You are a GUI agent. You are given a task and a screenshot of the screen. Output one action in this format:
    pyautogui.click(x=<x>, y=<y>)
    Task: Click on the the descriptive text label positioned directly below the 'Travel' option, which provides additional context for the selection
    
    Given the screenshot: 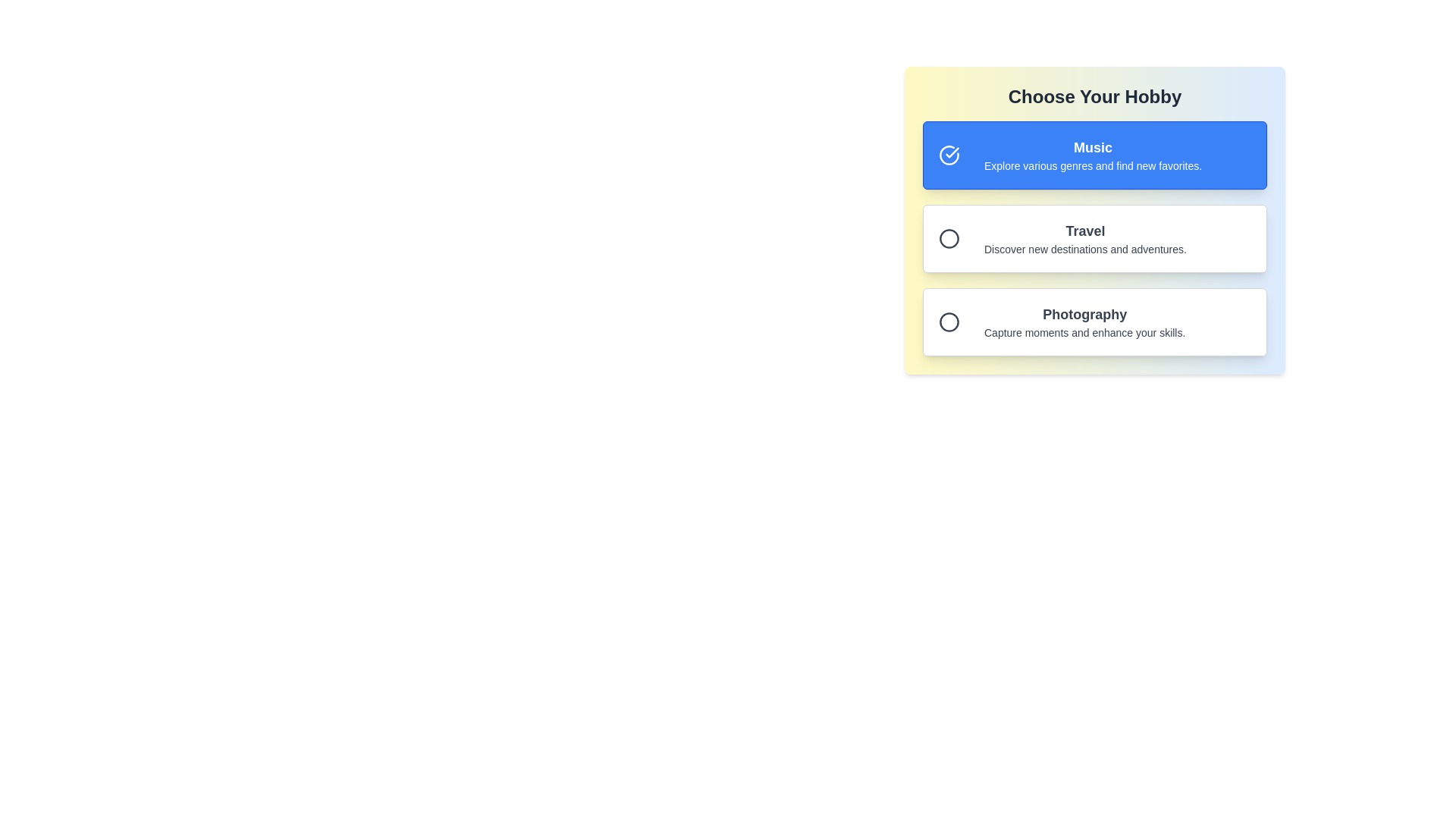 What is the action you would take?
    pyautogui.click(x=1084, y=248)
    